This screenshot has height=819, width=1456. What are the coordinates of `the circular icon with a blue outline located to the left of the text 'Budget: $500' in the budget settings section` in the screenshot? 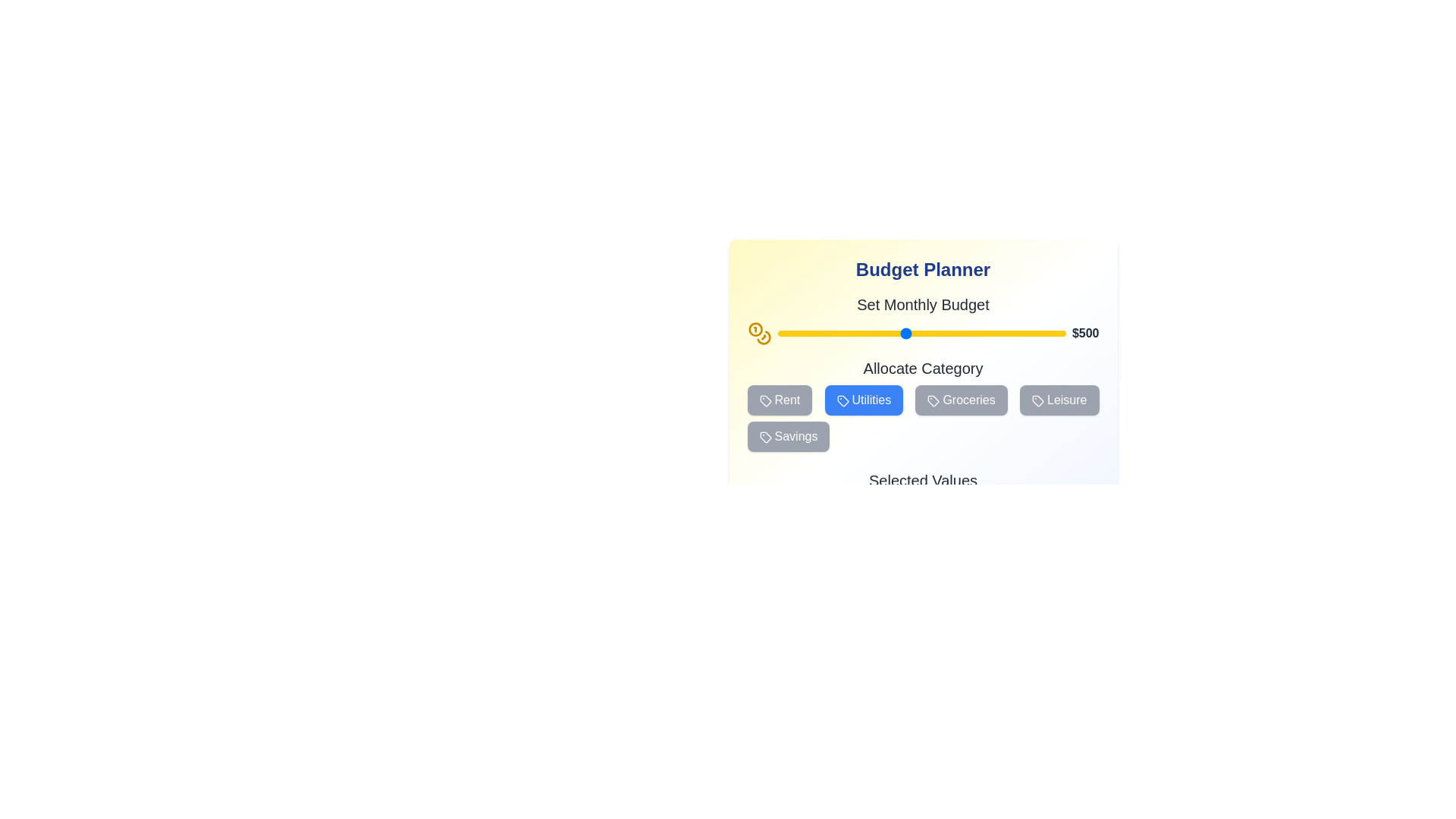 It's located at (756, 512).